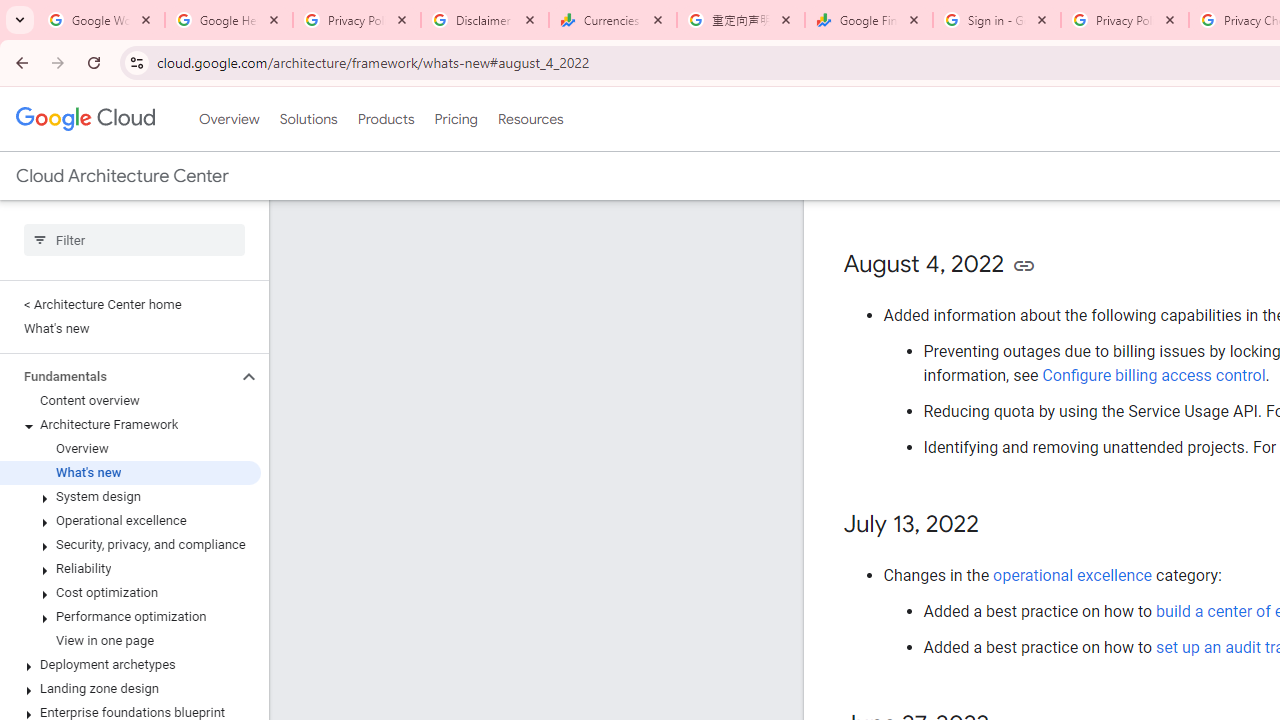  Describe the element at coordinates (129, 688) in the screenshot. I see `'Landing zone design'` at that location.